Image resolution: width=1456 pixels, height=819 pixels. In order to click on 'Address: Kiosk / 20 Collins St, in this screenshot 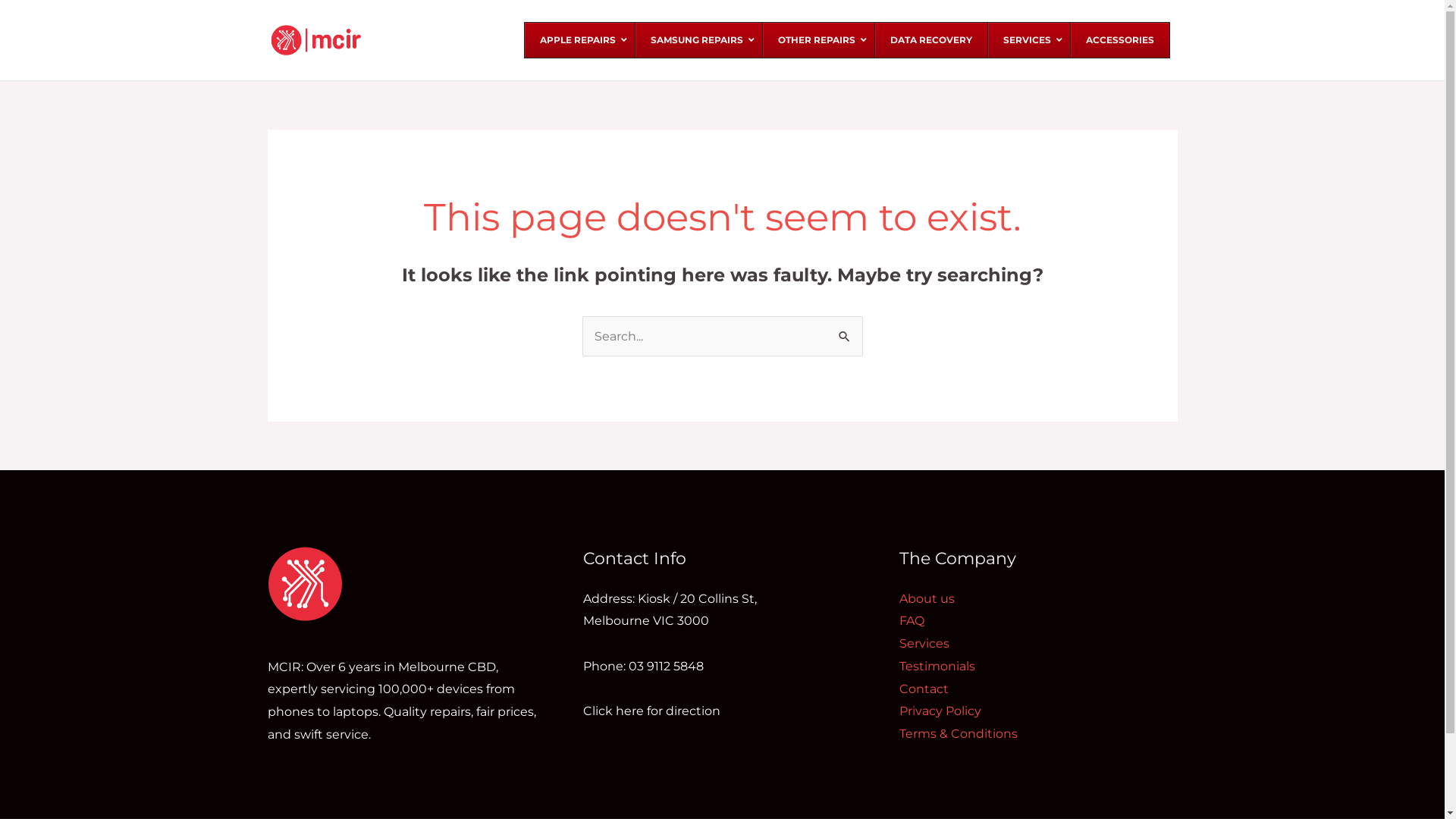, I will do `click(582, 609)`.